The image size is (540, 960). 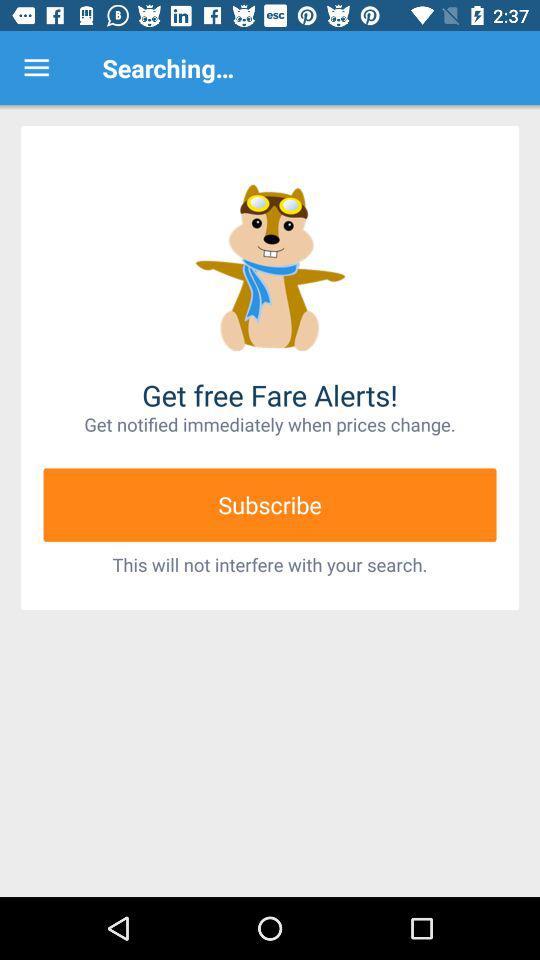 What do you see at coordinates (270, 504) in the screenshot?
I see `subscribe icon` at bounding box center [270, 504].